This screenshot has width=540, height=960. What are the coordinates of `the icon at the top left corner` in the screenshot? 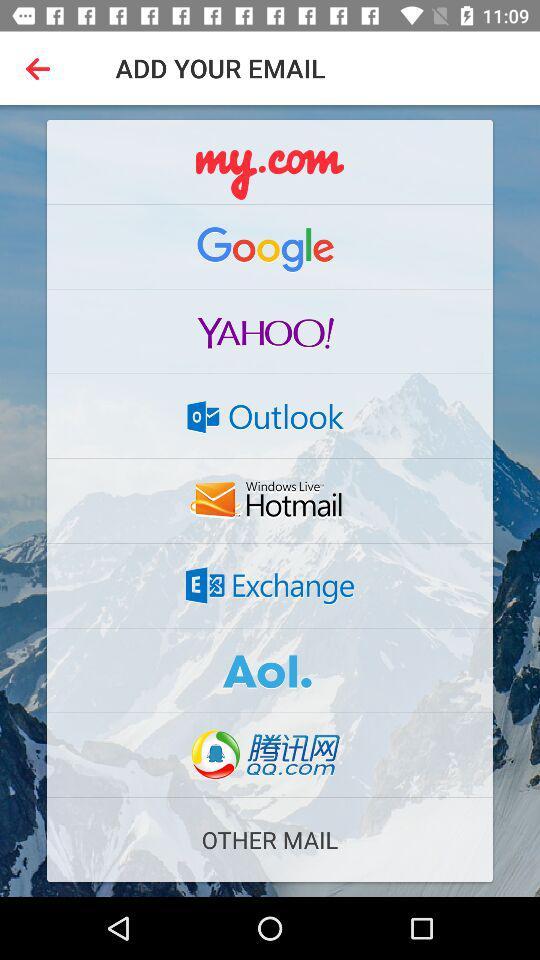 It's located at (42, 68).